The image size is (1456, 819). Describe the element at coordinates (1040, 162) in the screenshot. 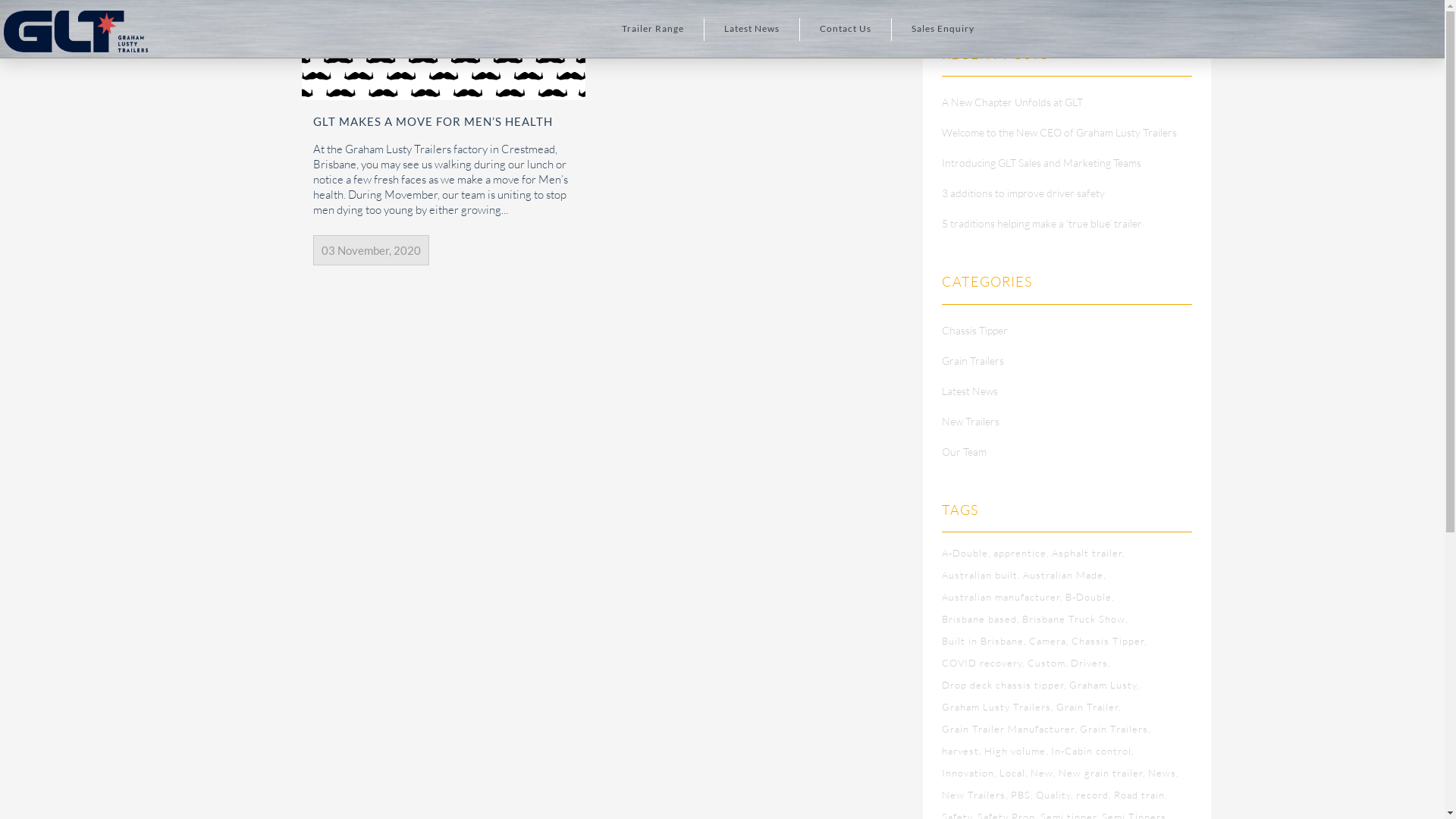

I see `'Introducing GLT Sales and Marketing Teams'` at that location.